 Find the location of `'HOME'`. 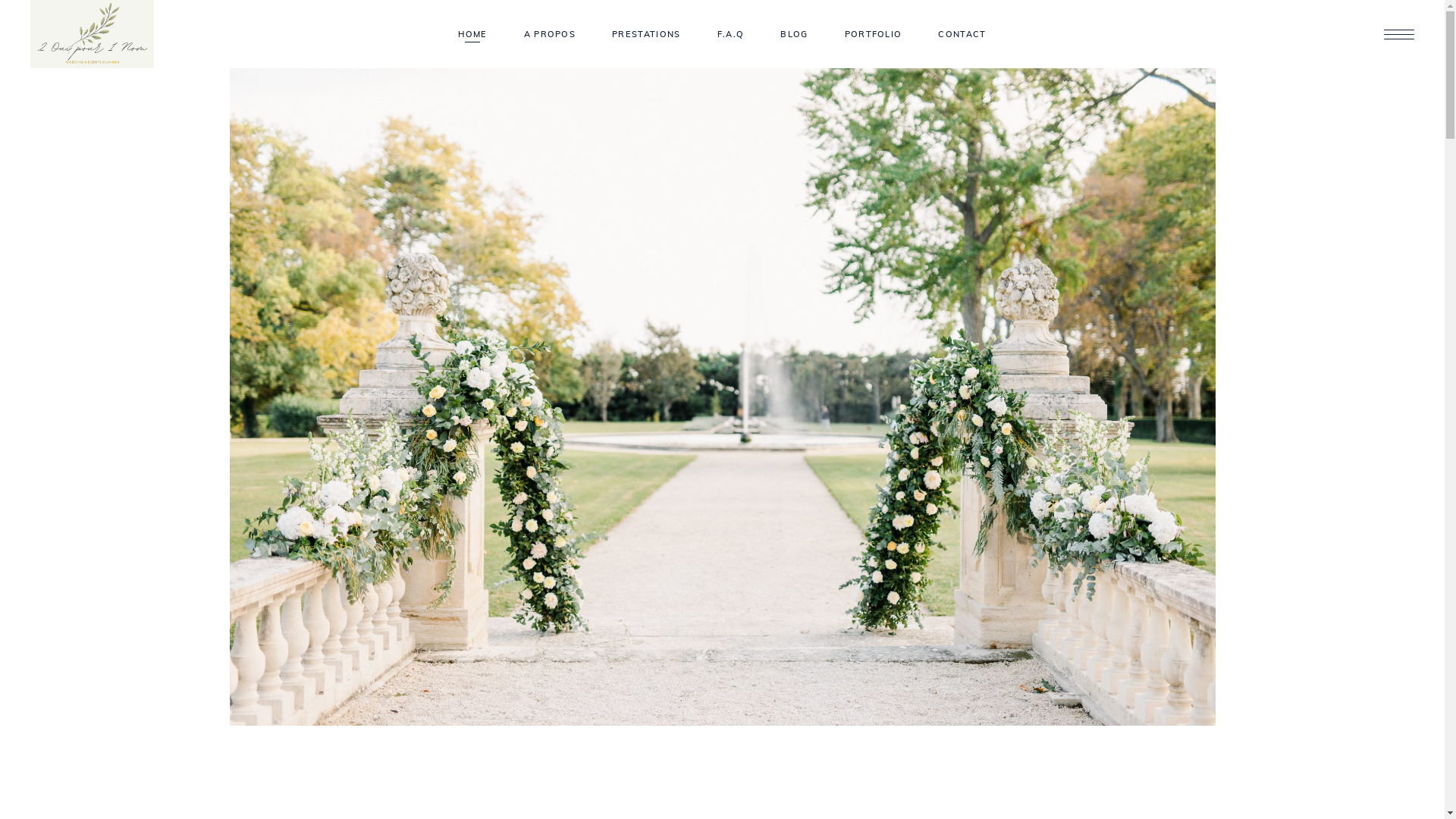

'HOME' is located at coordinates (439, 34).